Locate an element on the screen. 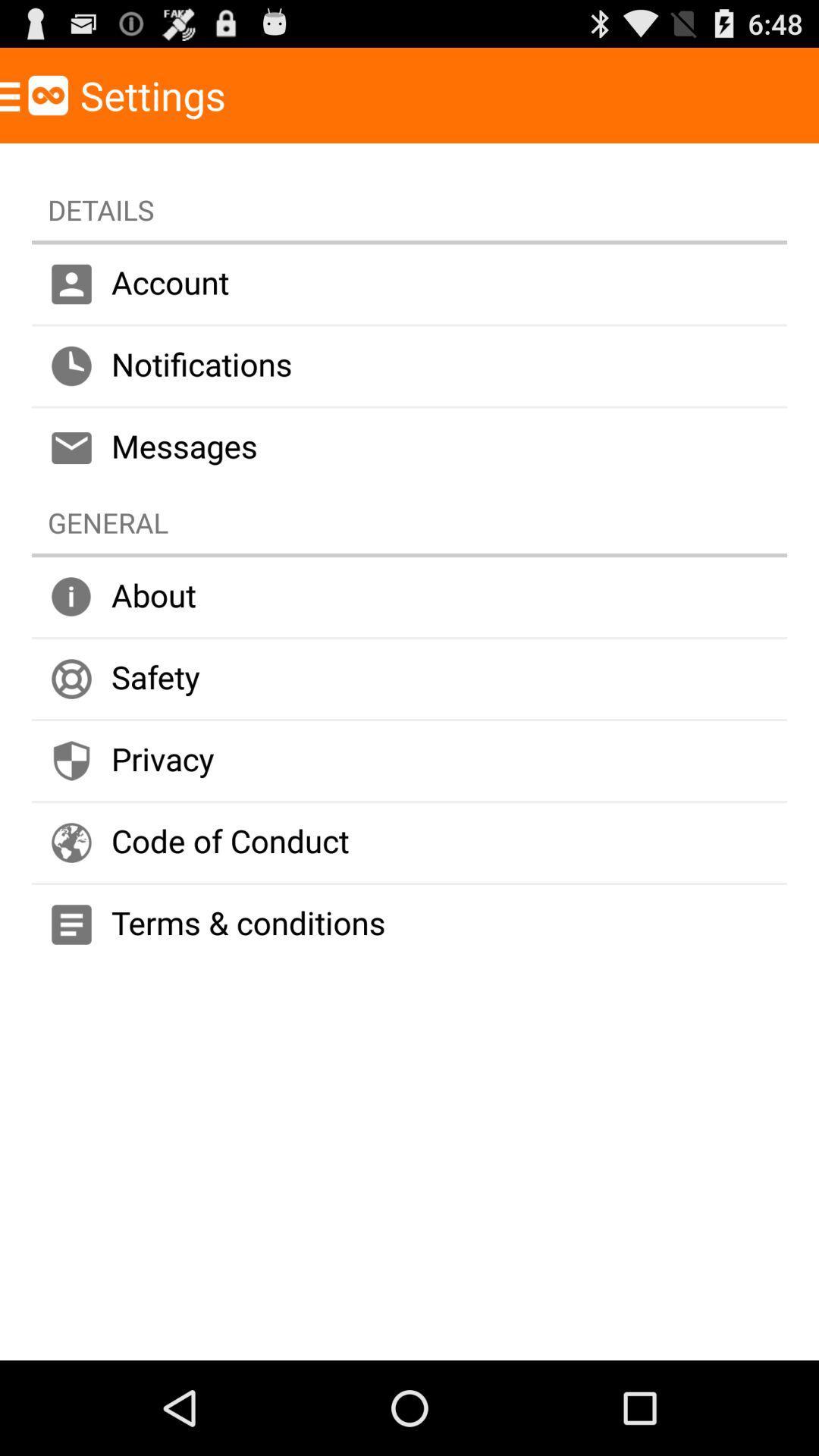 The image size is (819, 1456). the notifications is located at coordinates (409, 366).